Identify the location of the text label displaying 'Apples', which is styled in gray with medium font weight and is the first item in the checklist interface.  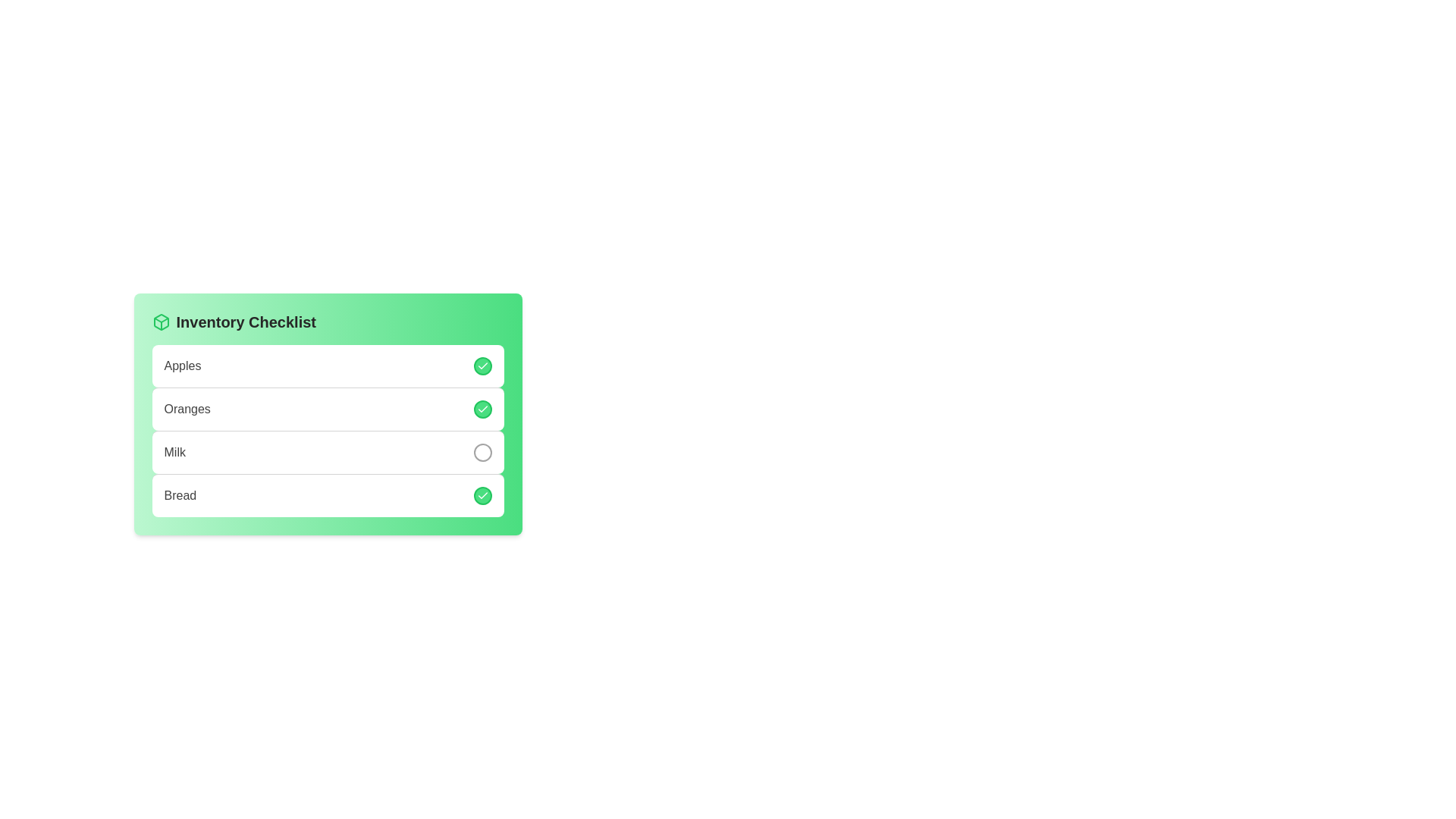
(182, 366).